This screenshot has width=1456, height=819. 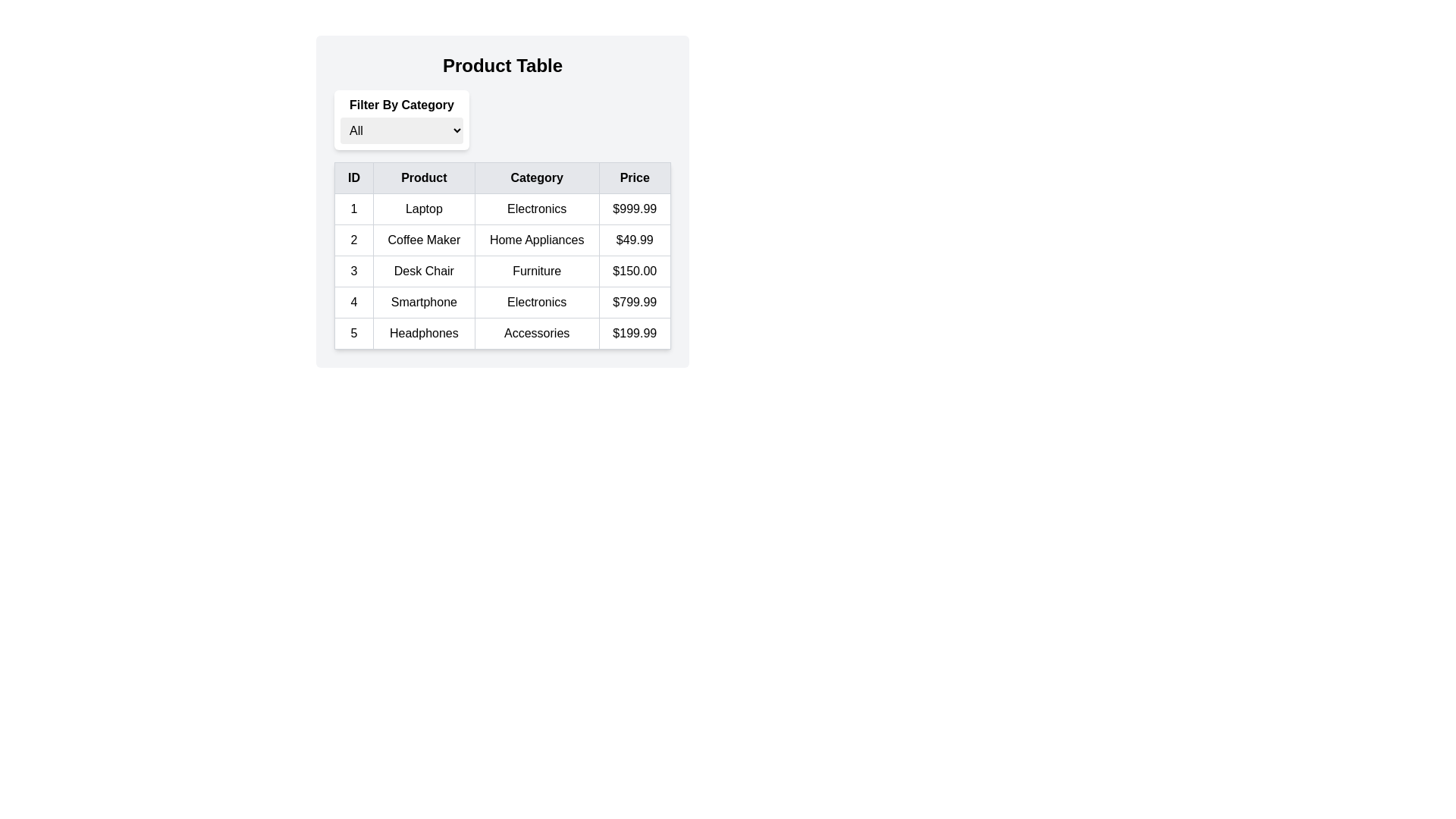 I want to click on the text label displaying 'Coffee Maker' in the 'Product' column of the table, so click(x=424, y=239).